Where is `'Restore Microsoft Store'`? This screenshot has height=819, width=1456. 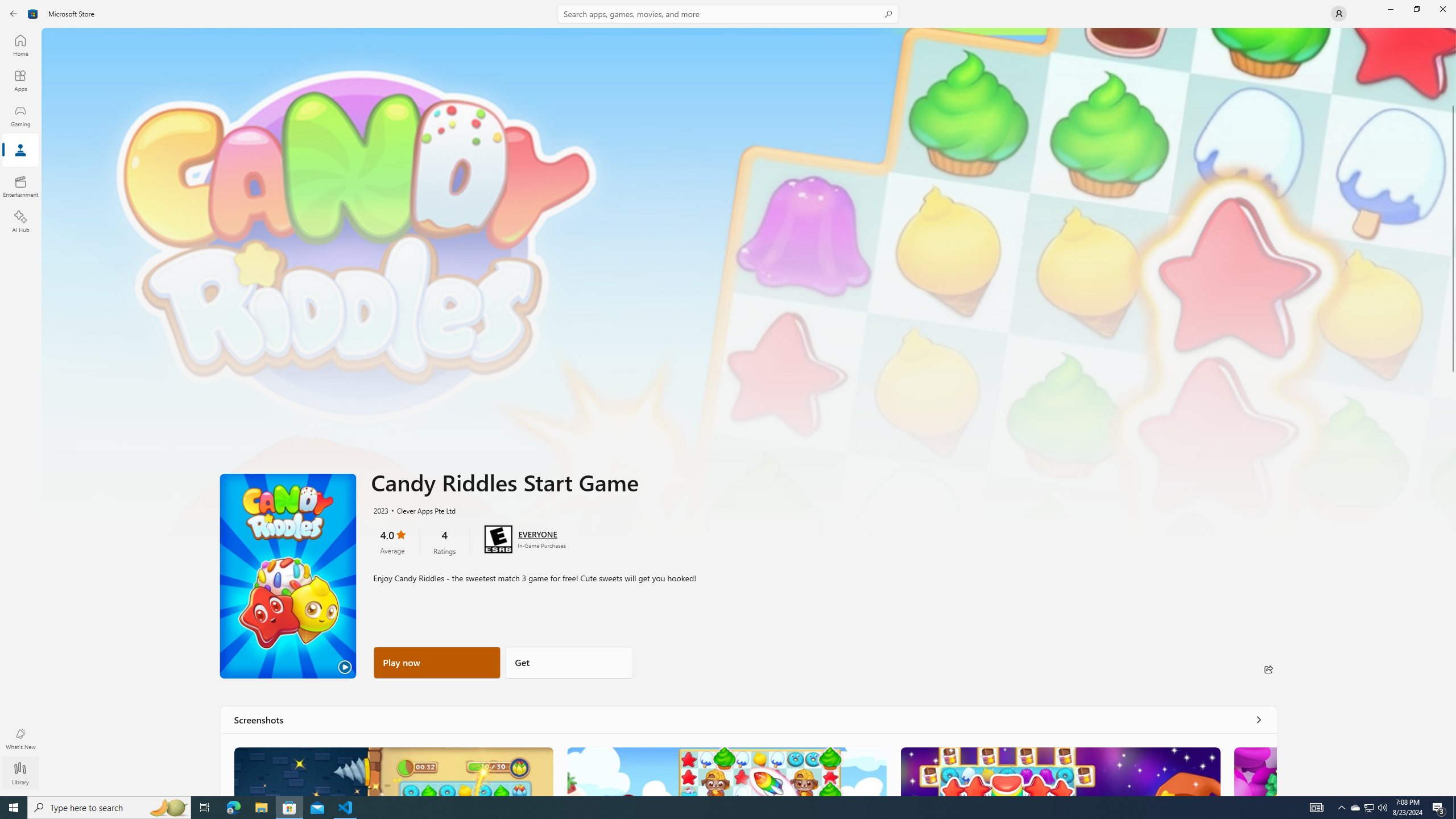 'Restore Microsoft Store' is located at coordinates (1416, 9).